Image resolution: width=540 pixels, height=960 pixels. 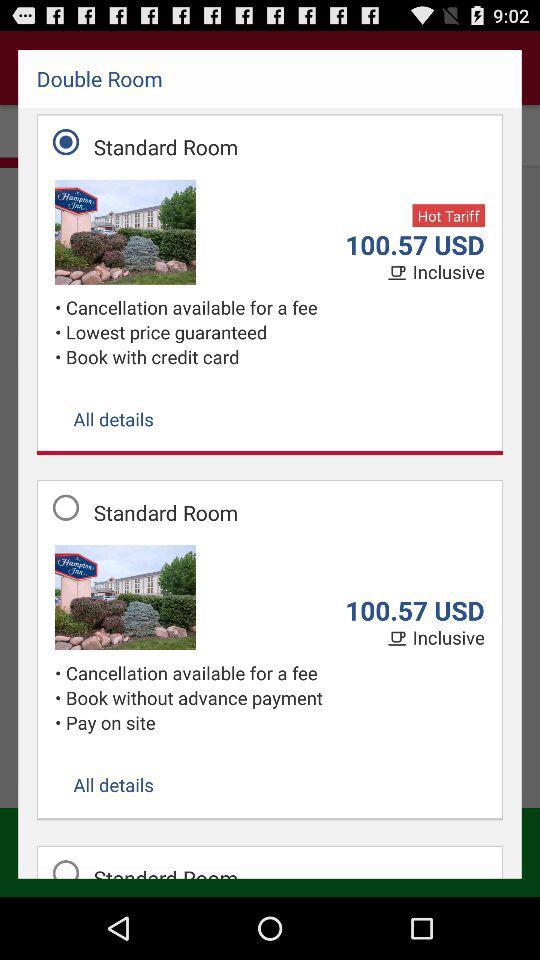 What do you see at coordinates (399, 272) in the screenshot?
I see `the item next to the inclusive icon` at bounding box center [399, 272].